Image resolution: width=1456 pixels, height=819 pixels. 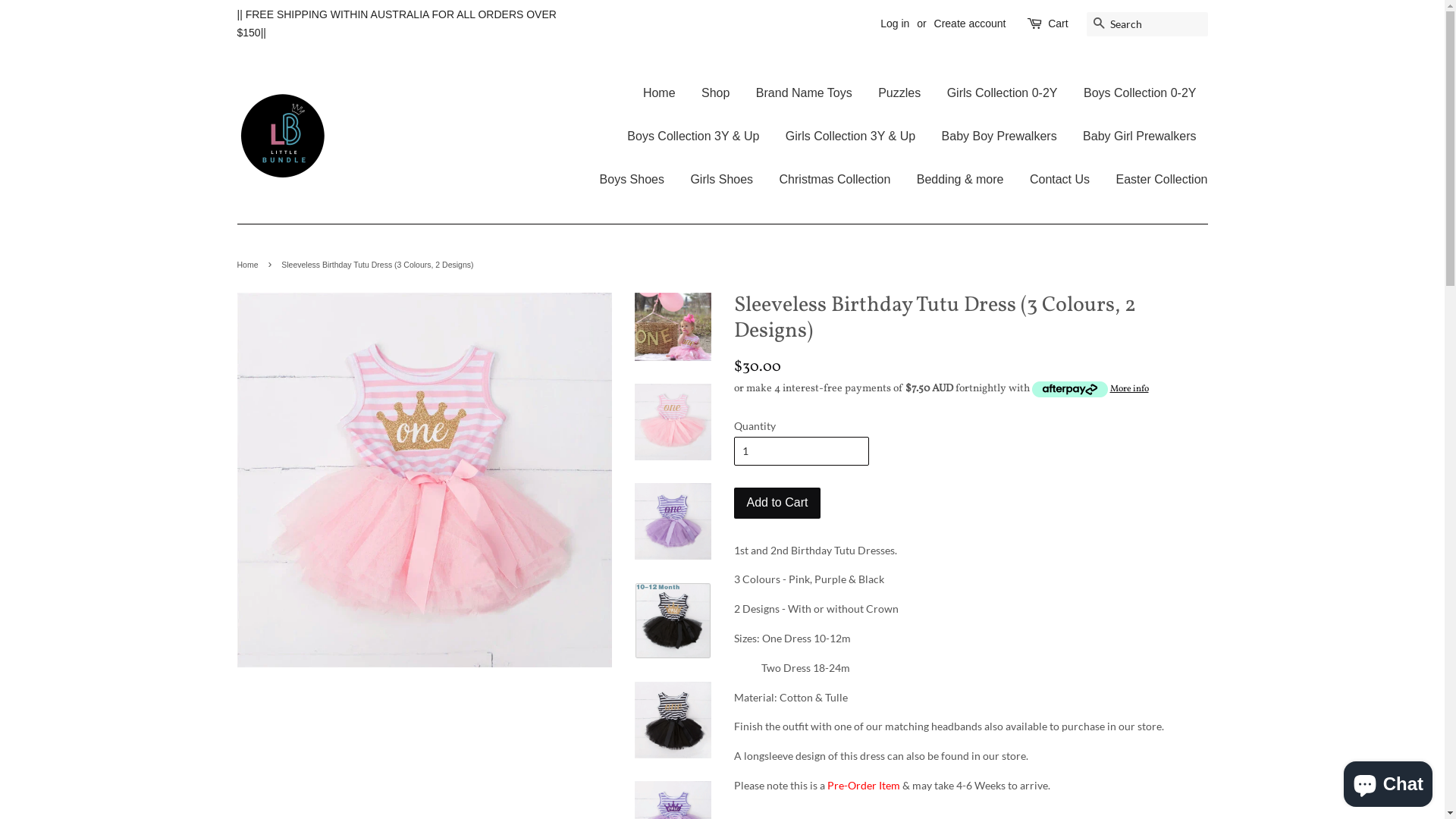 I want to click on 'Contact Us', so click(x=1018, y=178).